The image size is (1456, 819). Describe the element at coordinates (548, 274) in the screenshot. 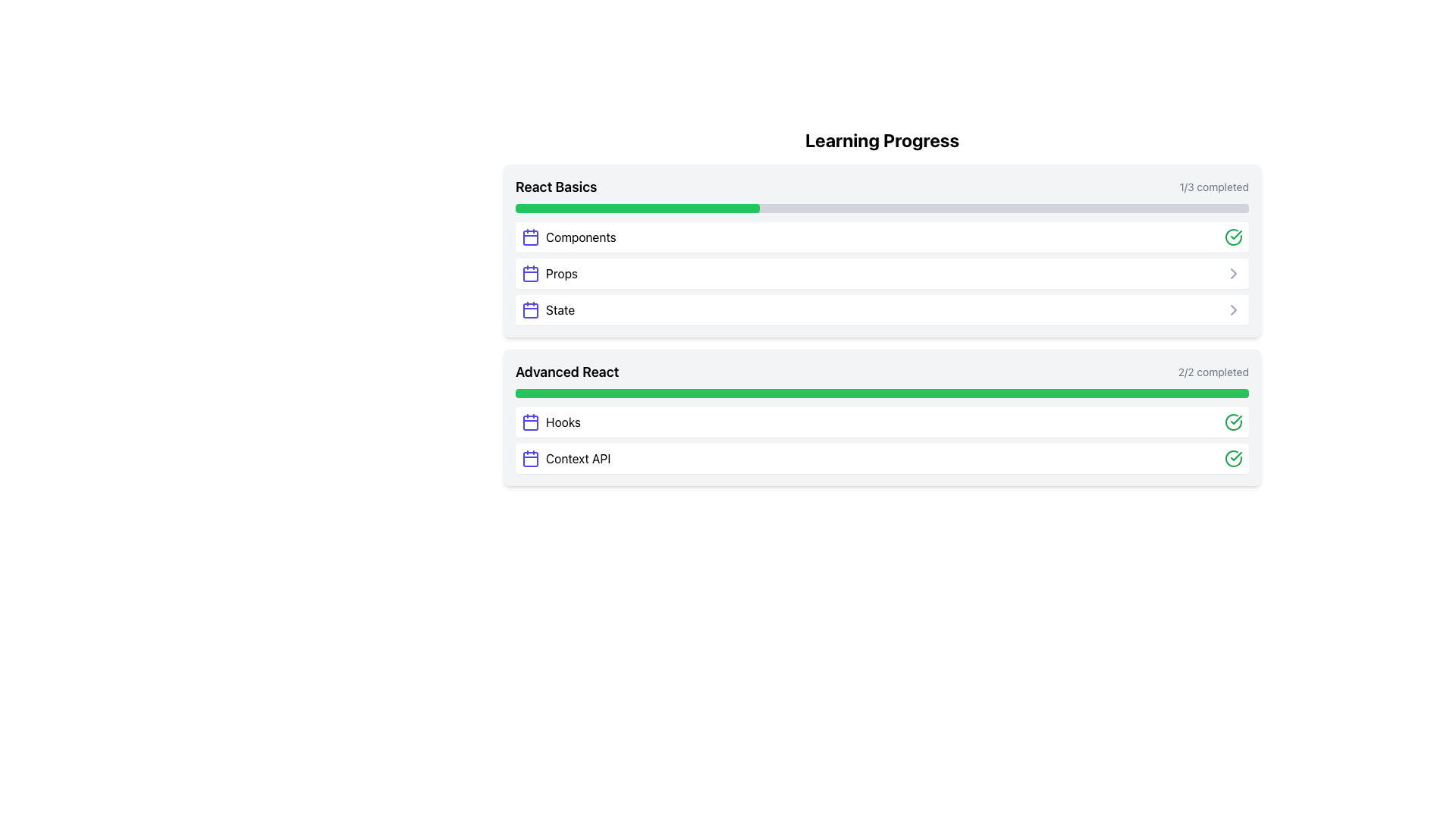

I see `the 'Props' list item, which is the second item in the 'React Basics' section, featuring a blue calendar icon to the left of the label` at that location.